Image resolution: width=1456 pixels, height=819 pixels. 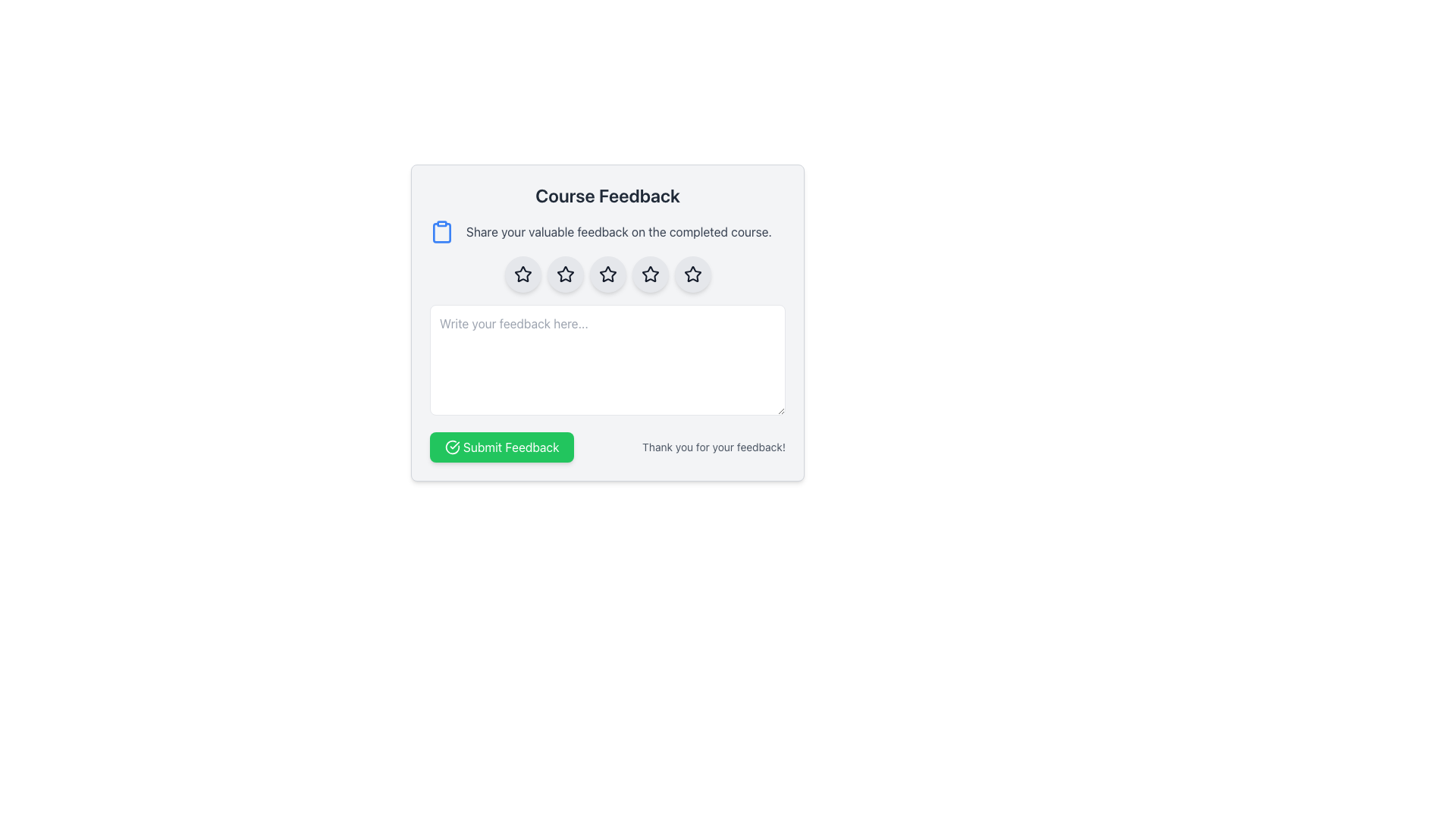 What do you see at coordinates (607, 447) in the screenshot?
I see `the green 'Submit Feedback' button on the left side of the Composite UI element` at bounding box center [607, 447].